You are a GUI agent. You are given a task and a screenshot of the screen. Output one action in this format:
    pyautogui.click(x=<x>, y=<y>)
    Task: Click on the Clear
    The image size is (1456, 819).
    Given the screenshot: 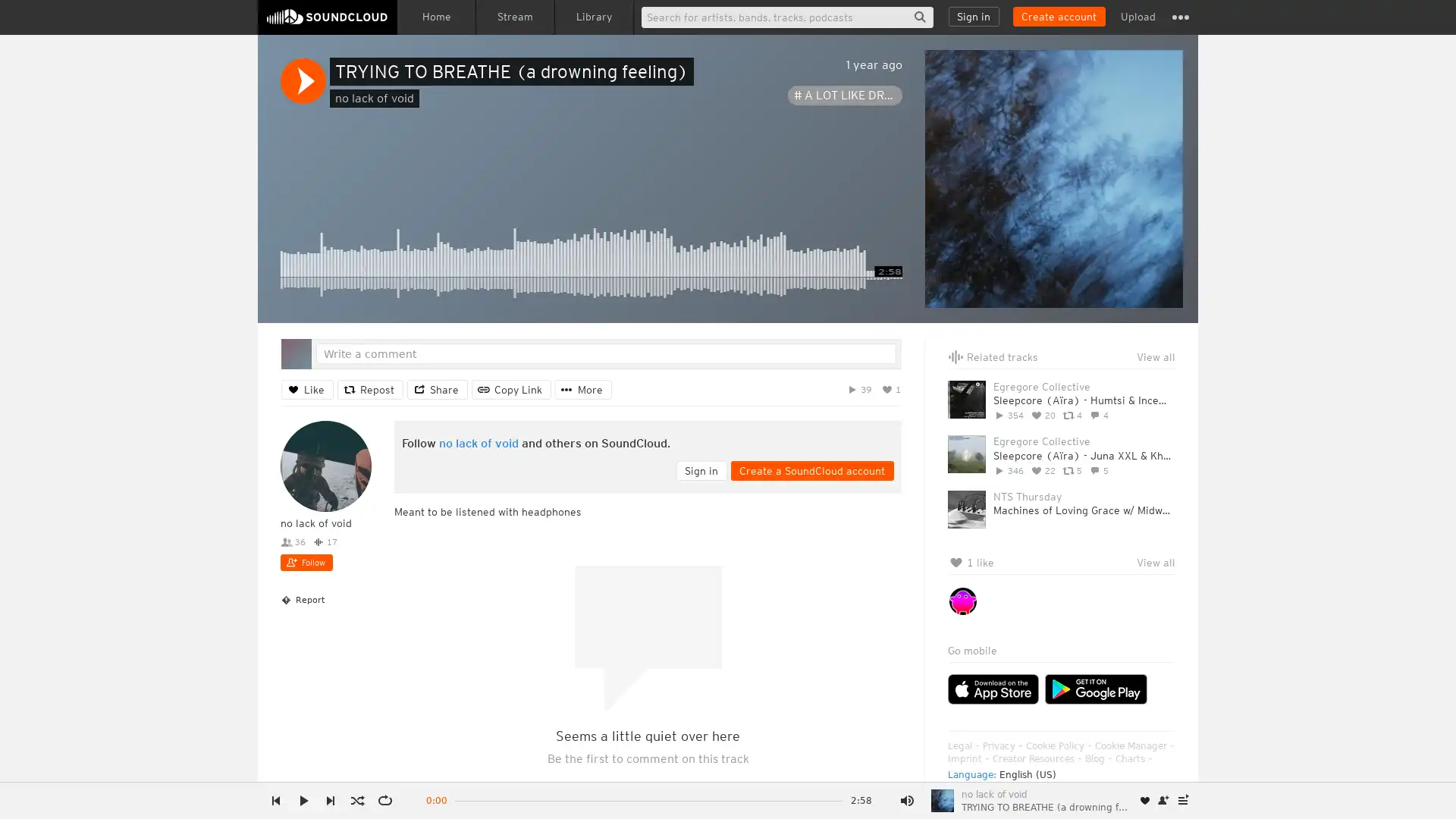 What is the action you would take?
    pyautogui.click(x=1124, y=376)
    